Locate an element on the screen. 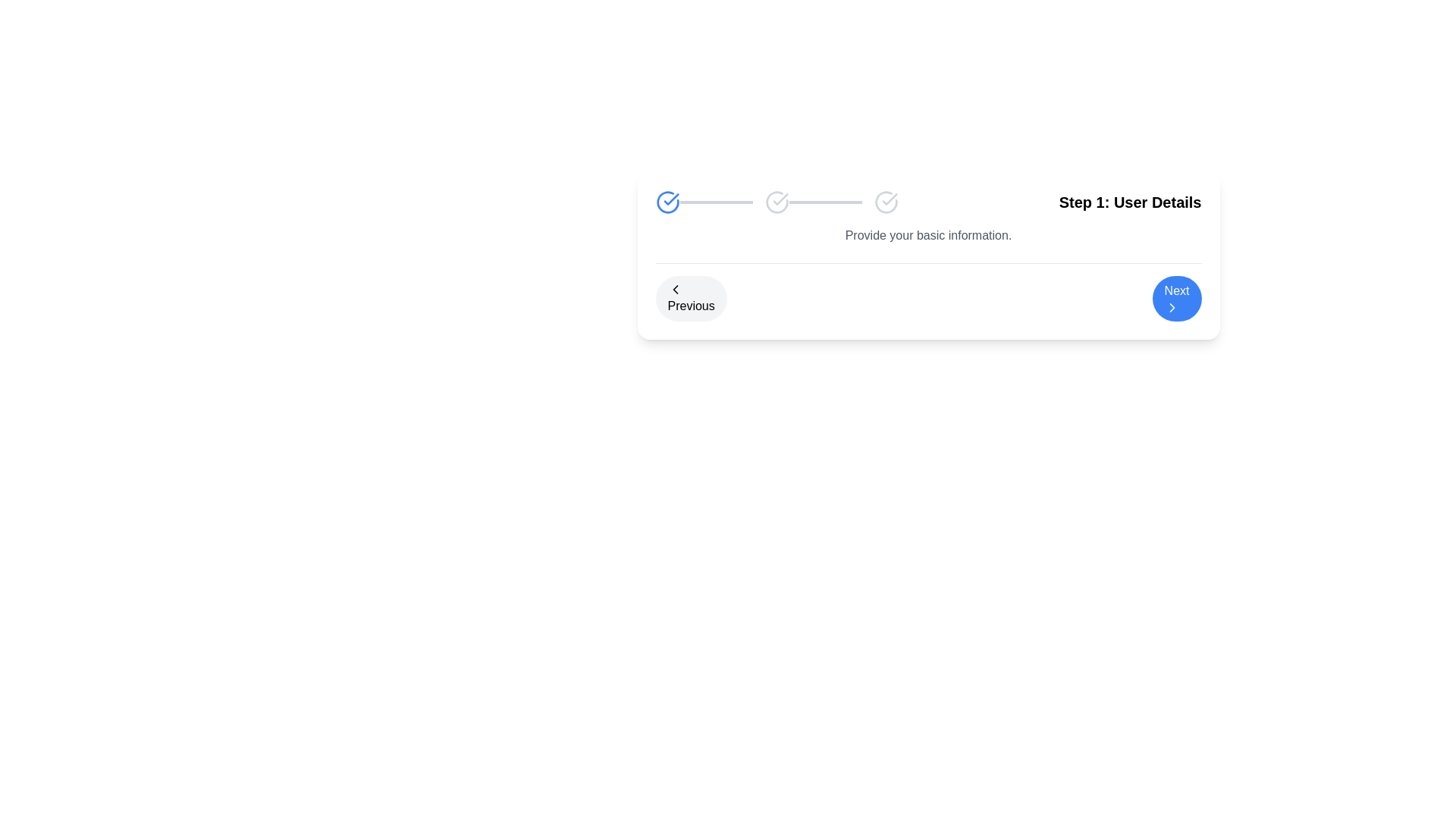 The image size is (1456, 819). the visual progress indicator, which is a thin gray horizontal rectangle located within a progress bar, positioned between a checkmark icon and another step indicator is located at coordinates (824, 201).